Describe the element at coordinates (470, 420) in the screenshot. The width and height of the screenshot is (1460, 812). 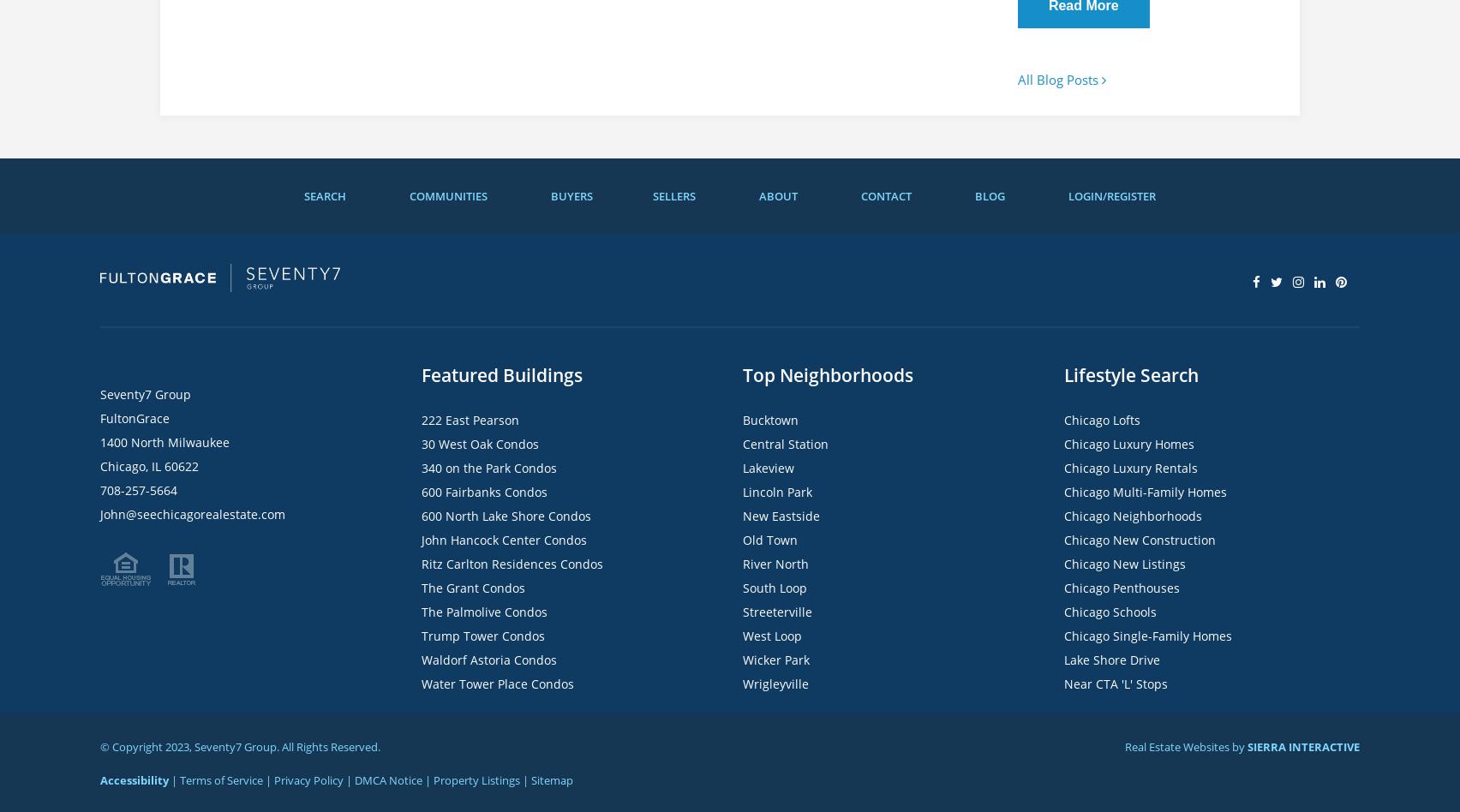
I see `'222 East Pearson'` at that location.